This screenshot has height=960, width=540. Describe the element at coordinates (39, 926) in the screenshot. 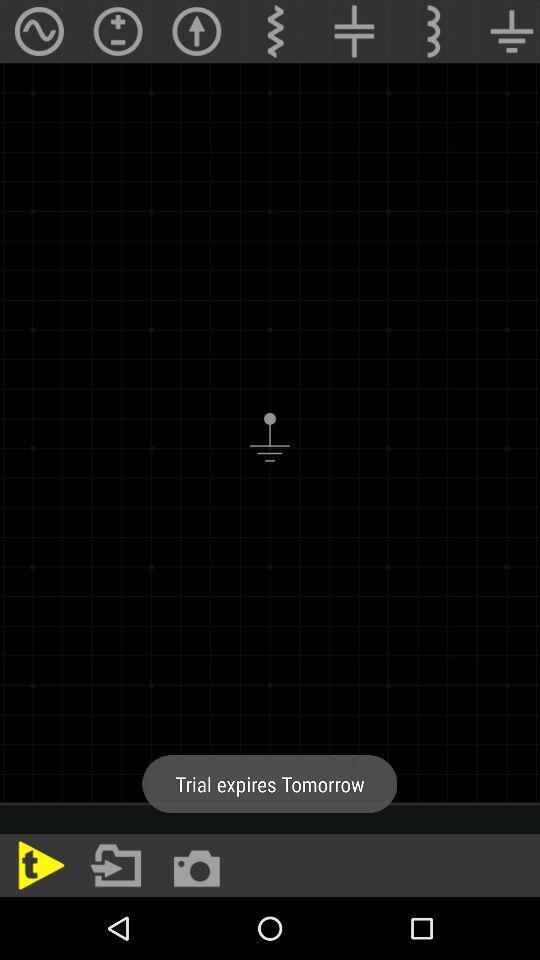

I see `the play icon` at that location.